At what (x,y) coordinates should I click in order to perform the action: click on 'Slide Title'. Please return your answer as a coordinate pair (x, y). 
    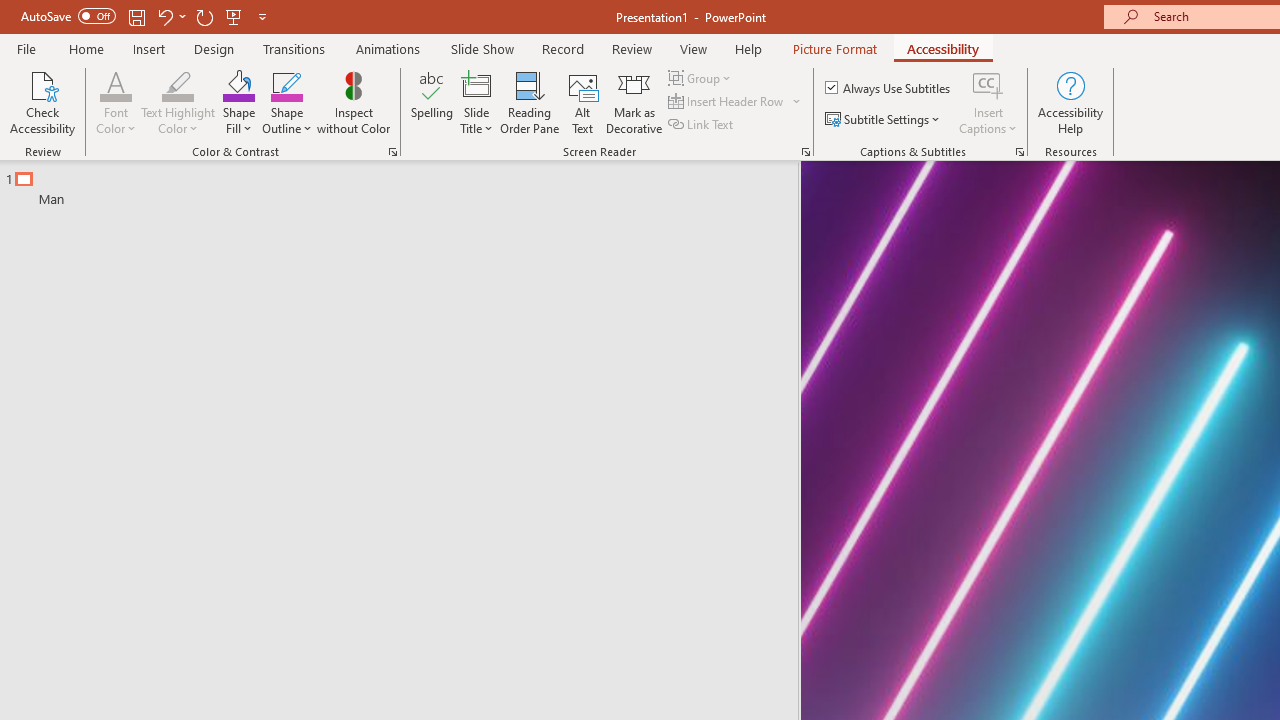
    Looking at the image, I should click on (475, 103).